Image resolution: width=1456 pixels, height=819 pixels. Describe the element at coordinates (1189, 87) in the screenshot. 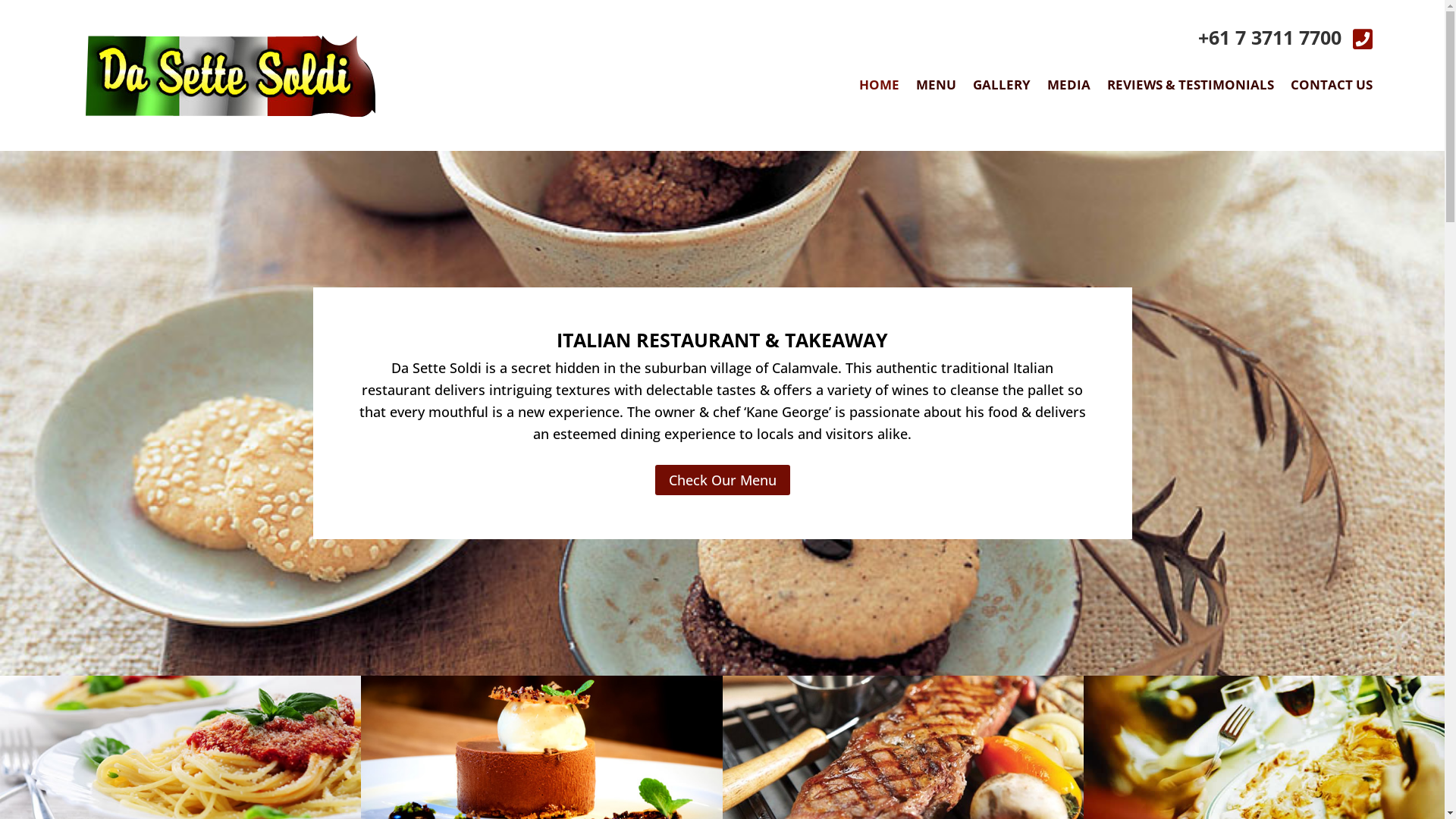

I see `'REVIEWS & TESTIMONIALS'` at that location.